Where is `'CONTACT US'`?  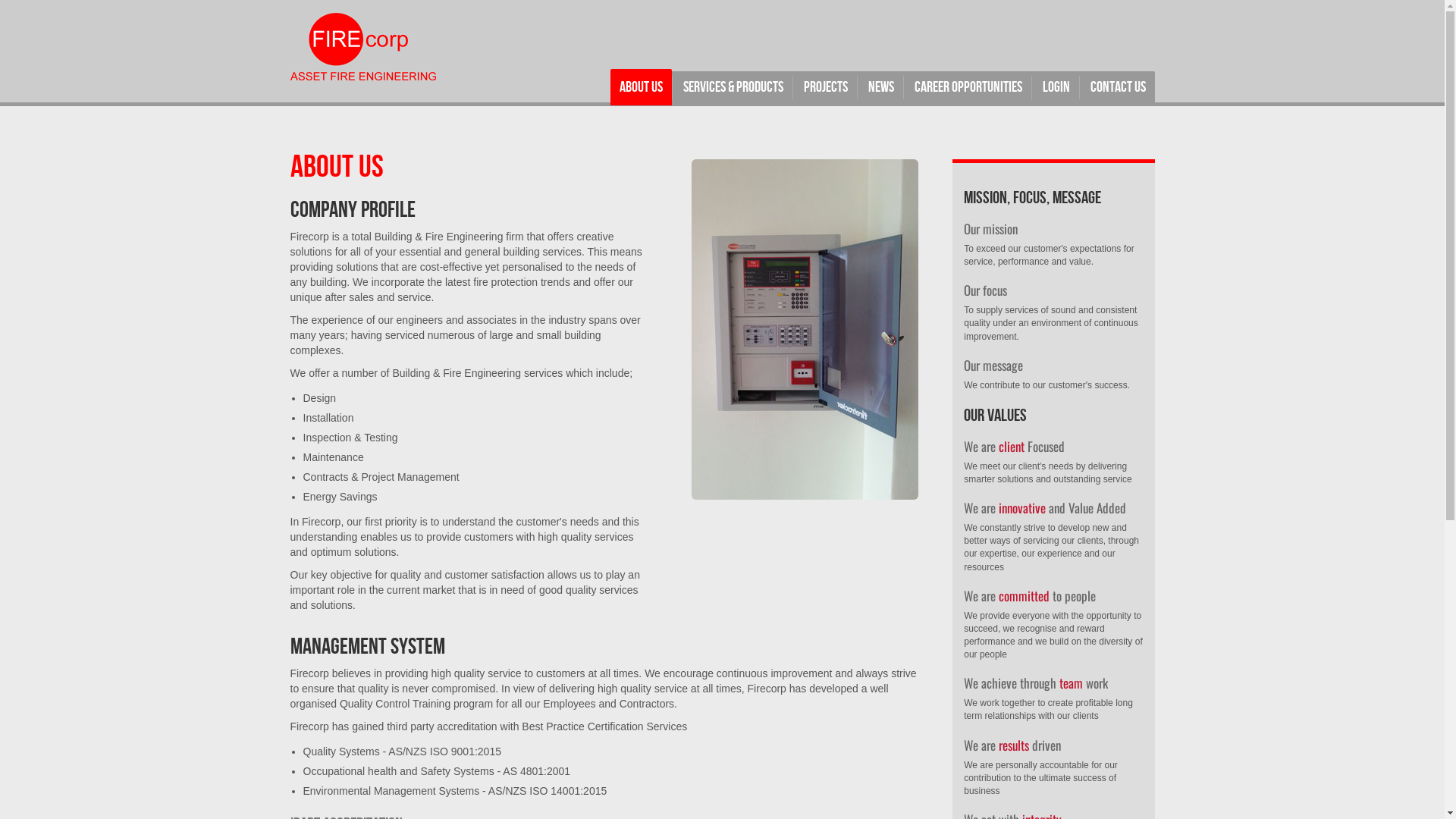 'CONTACT US' is located at coordinates (1080, 87).